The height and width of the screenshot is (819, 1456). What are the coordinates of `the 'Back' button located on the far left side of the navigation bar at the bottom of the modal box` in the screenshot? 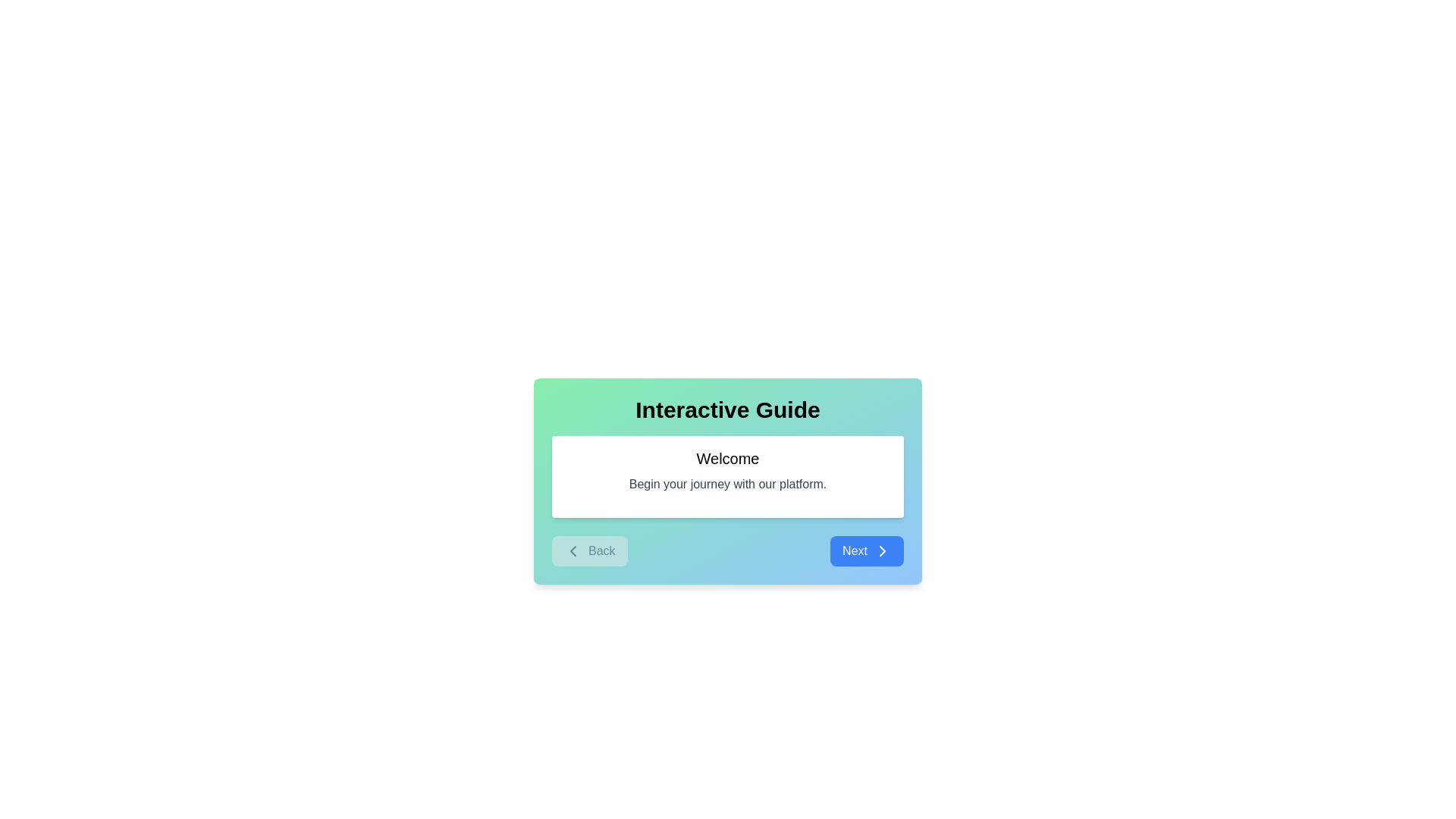 It's located at (588, 551).